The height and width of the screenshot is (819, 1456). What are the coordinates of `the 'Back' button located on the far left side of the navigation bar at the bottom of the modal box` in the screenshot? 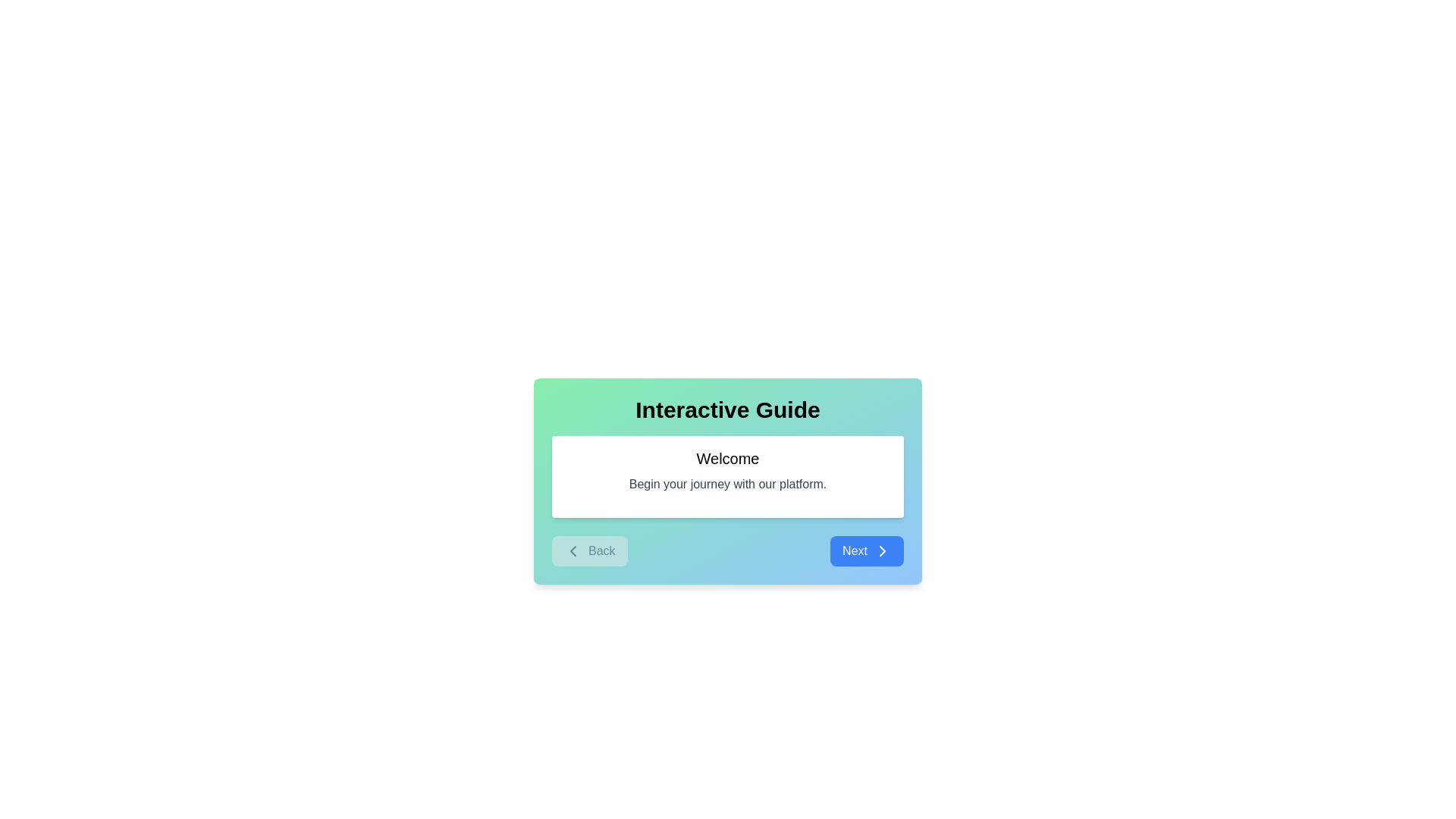 It's located at (588, 551).